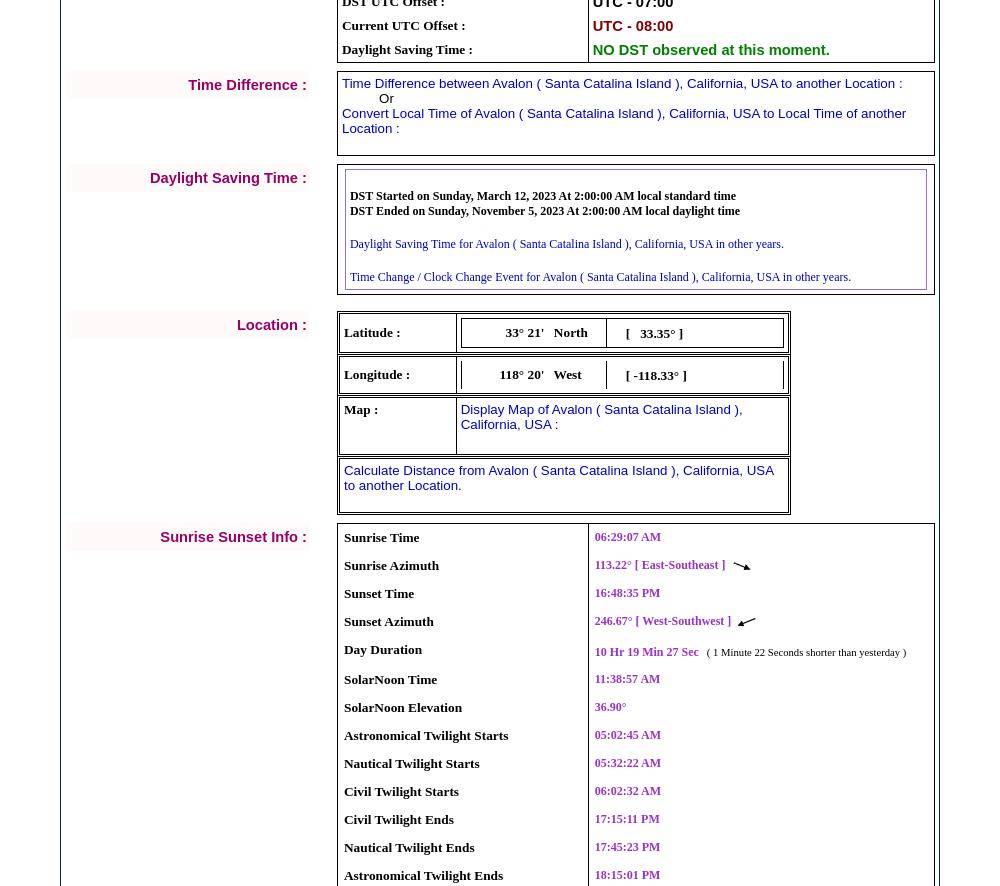  What do you see at coordinates (627, 762) in the screenshot?
I see `'05:32:22 AM'` at bounding box center [627, 762].